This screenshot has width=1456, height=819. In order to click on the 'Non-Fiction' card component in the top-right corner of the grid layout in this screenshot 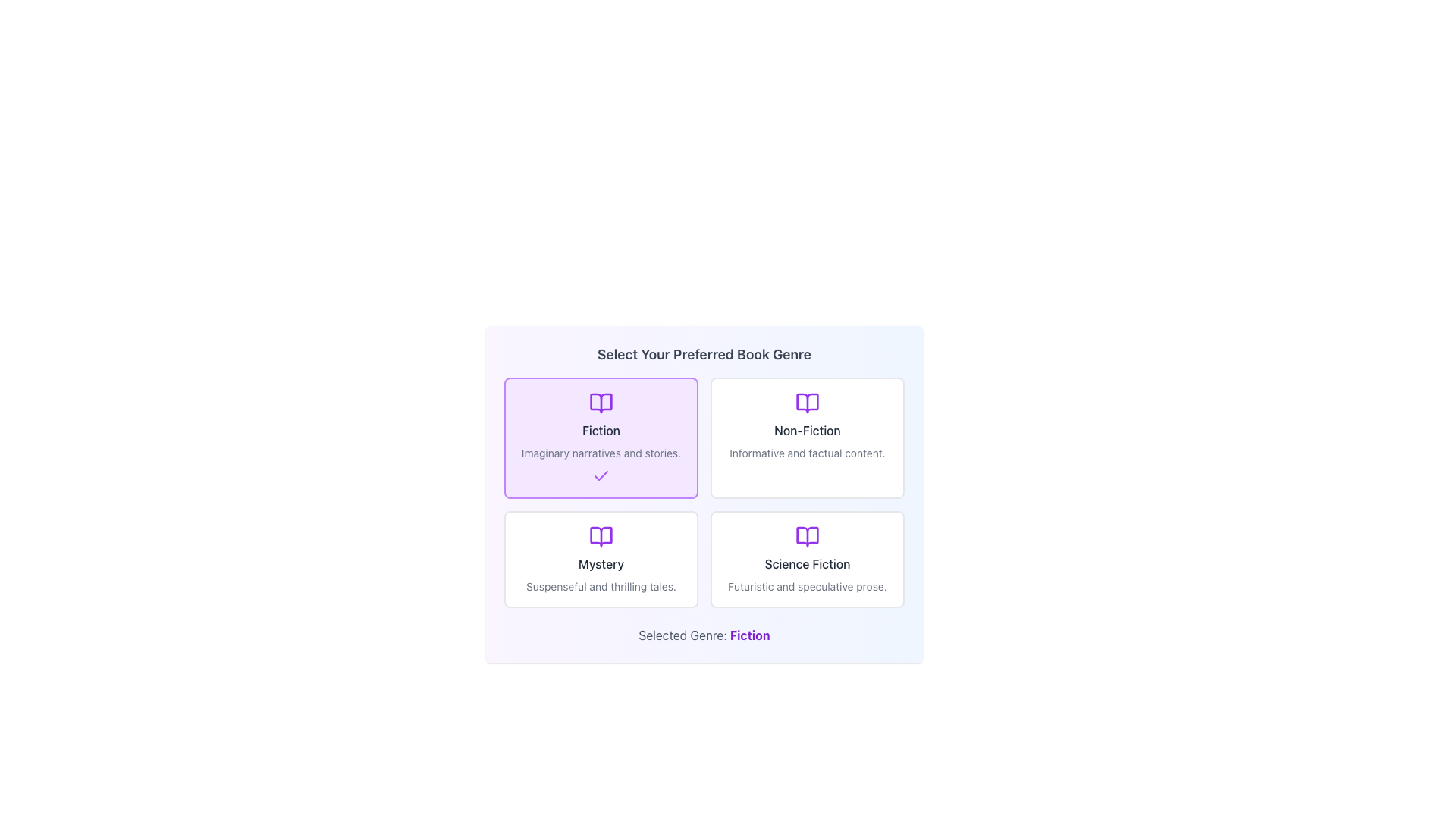, I will do `click(807, 438)`.